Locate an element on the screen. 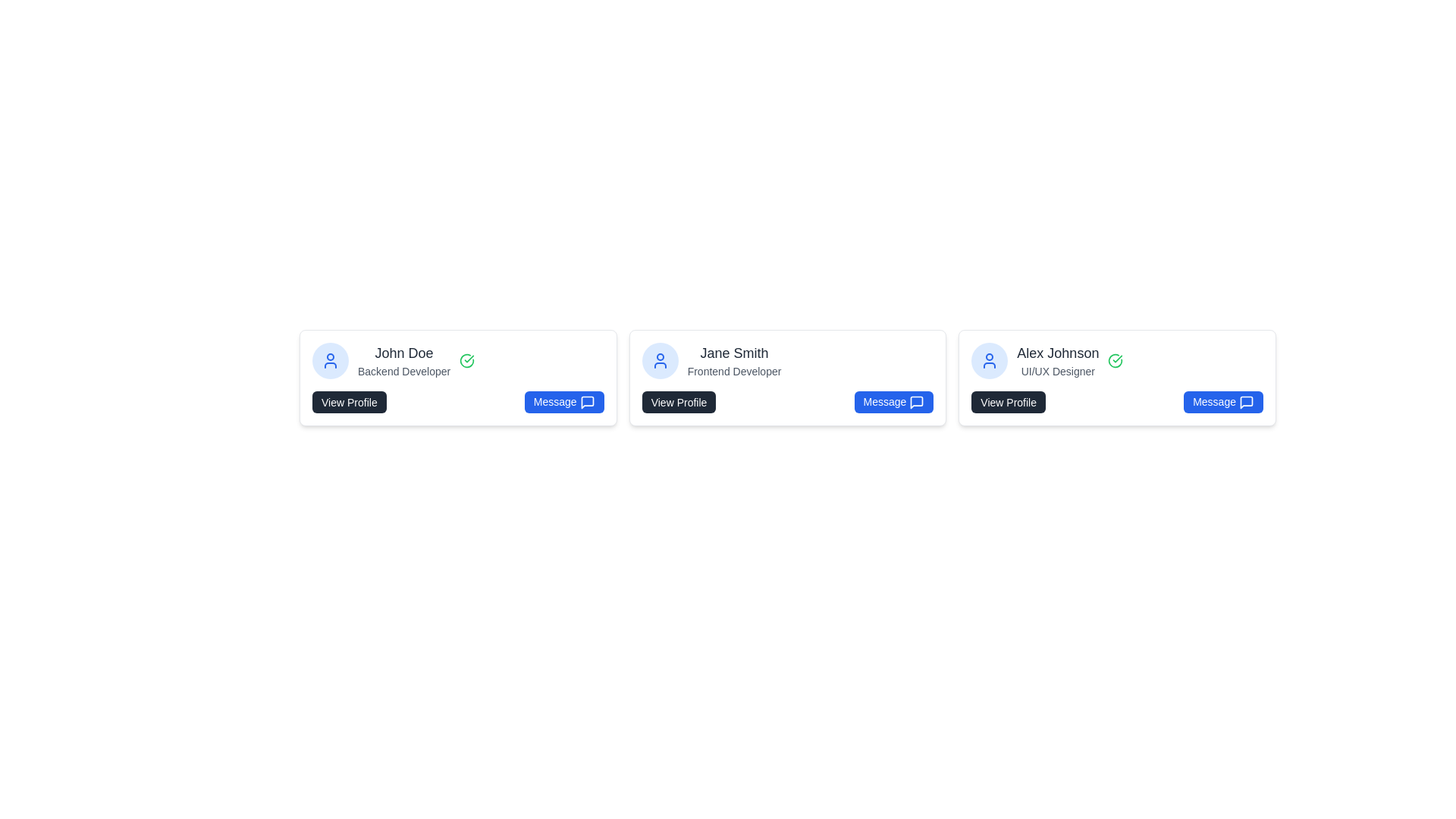  the vibrant blue 'Message' button with white text and a speech bubble icon located to the right of the 'View Profile' button to initiate a message action is located at coordinates (563, 401).